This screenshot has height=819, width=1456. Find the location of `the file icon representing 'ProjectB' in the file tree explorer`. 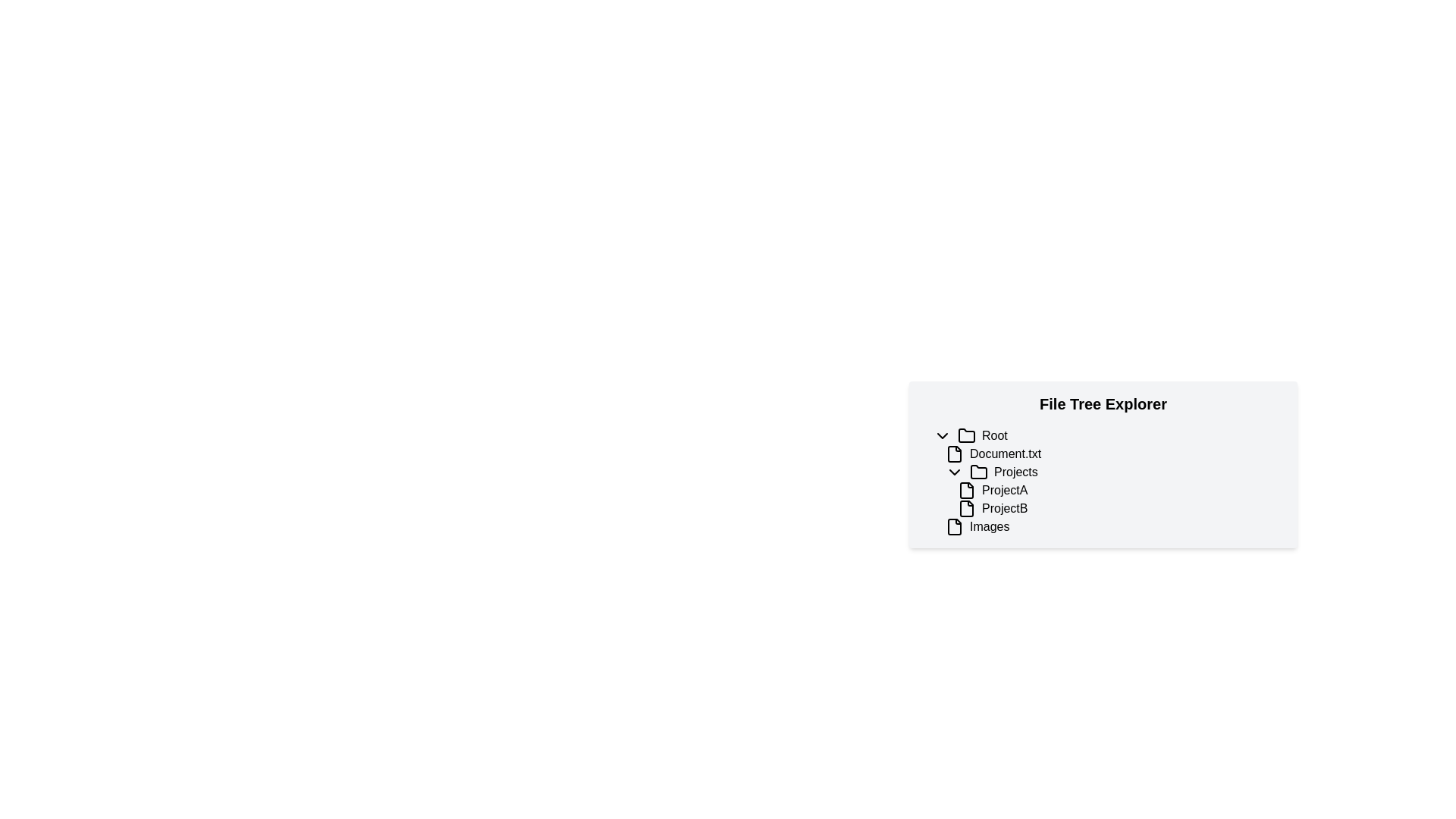

the file icon representing 'ProjectB' in the file tree explorer is located at coordinates (966, 509).